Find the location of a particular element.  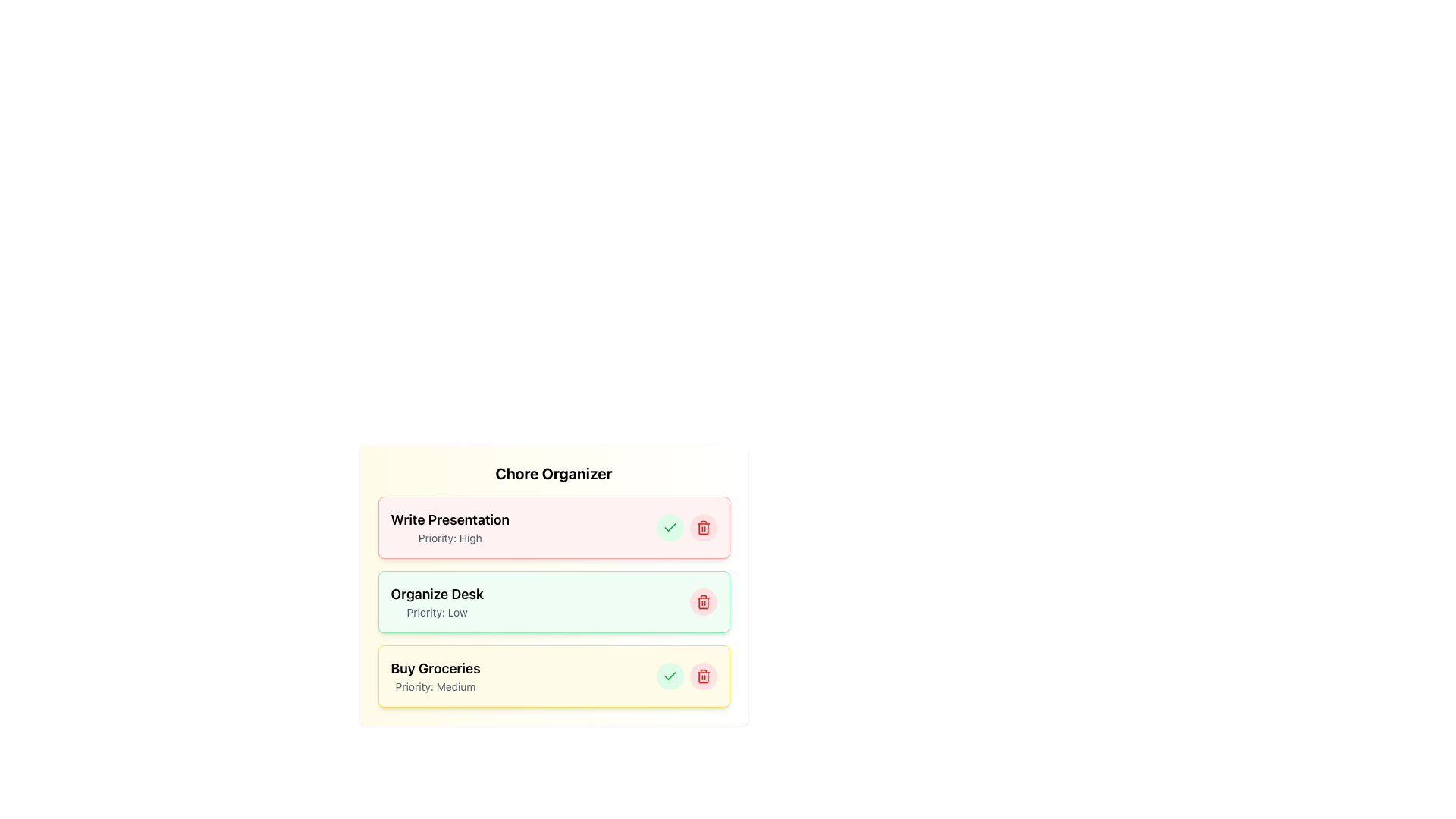

the 'Write Presentation' text label located in the first task card under the 'Chore Organizer' header is located at coordinates (449, 519).